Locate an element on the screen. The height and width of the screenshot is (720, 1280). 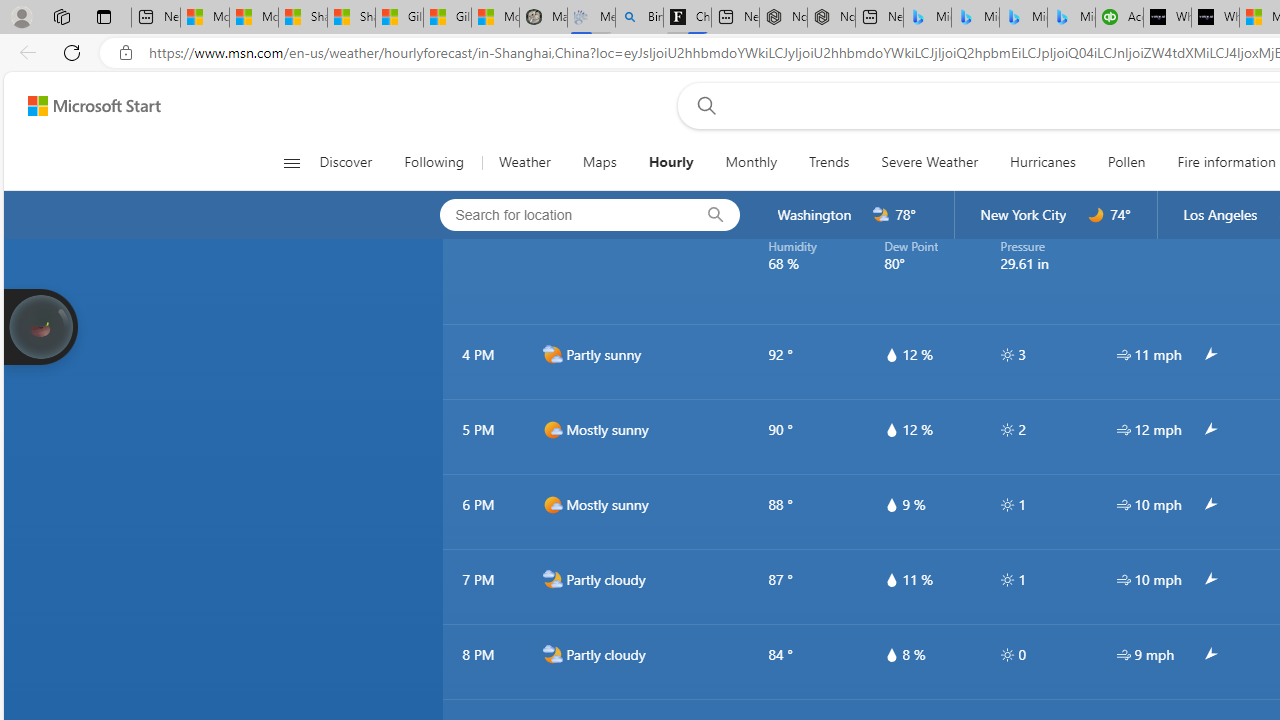
'Hourly' is located at coordinates (671, 162).